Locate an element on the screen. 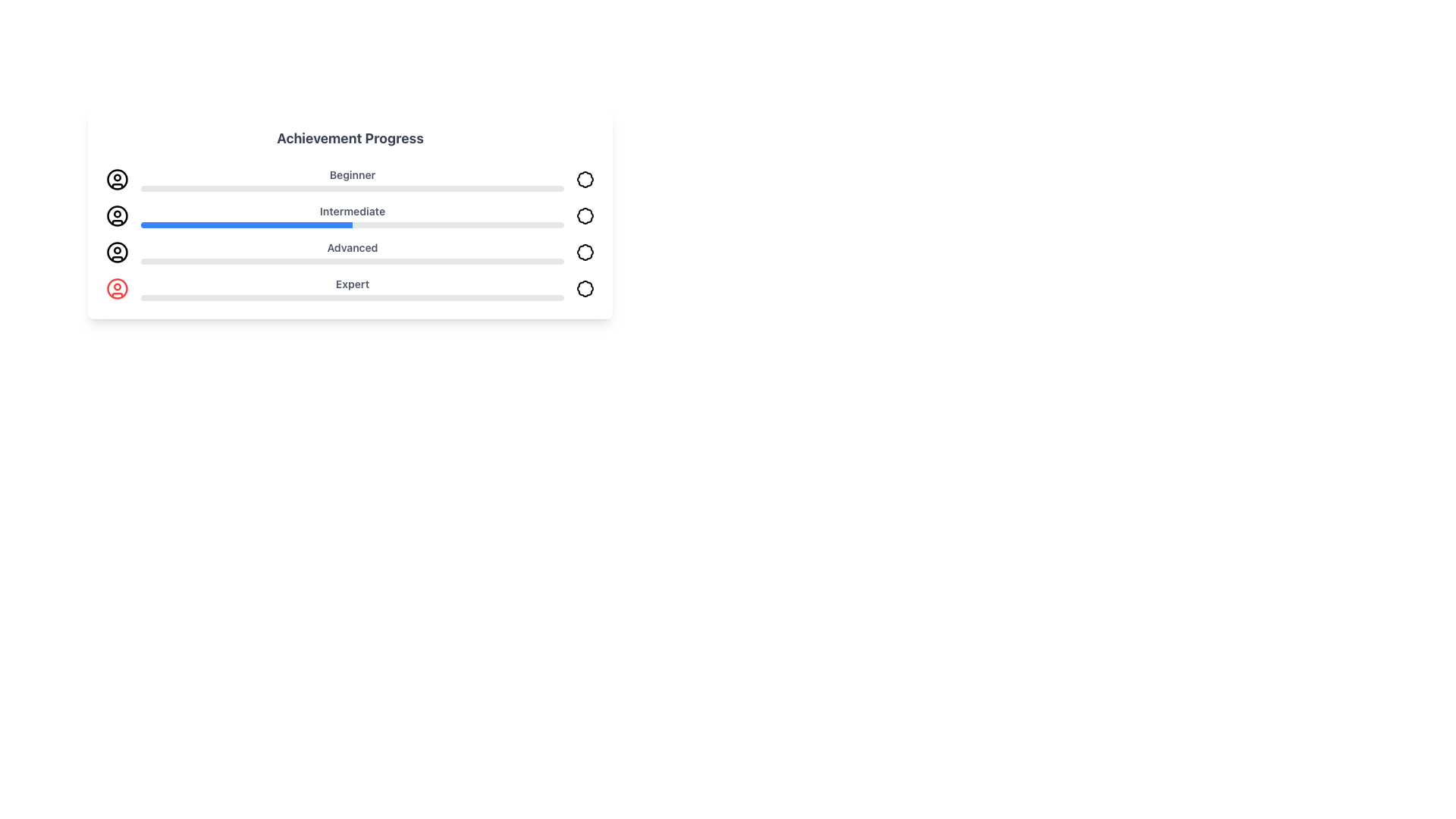 The width and height of the screenshot is (1456, 819). the highlighted progress segment within the second progress bar under the 'Intermediate' label, which visually represents a portion of progress is located at coordinates (246, 225).